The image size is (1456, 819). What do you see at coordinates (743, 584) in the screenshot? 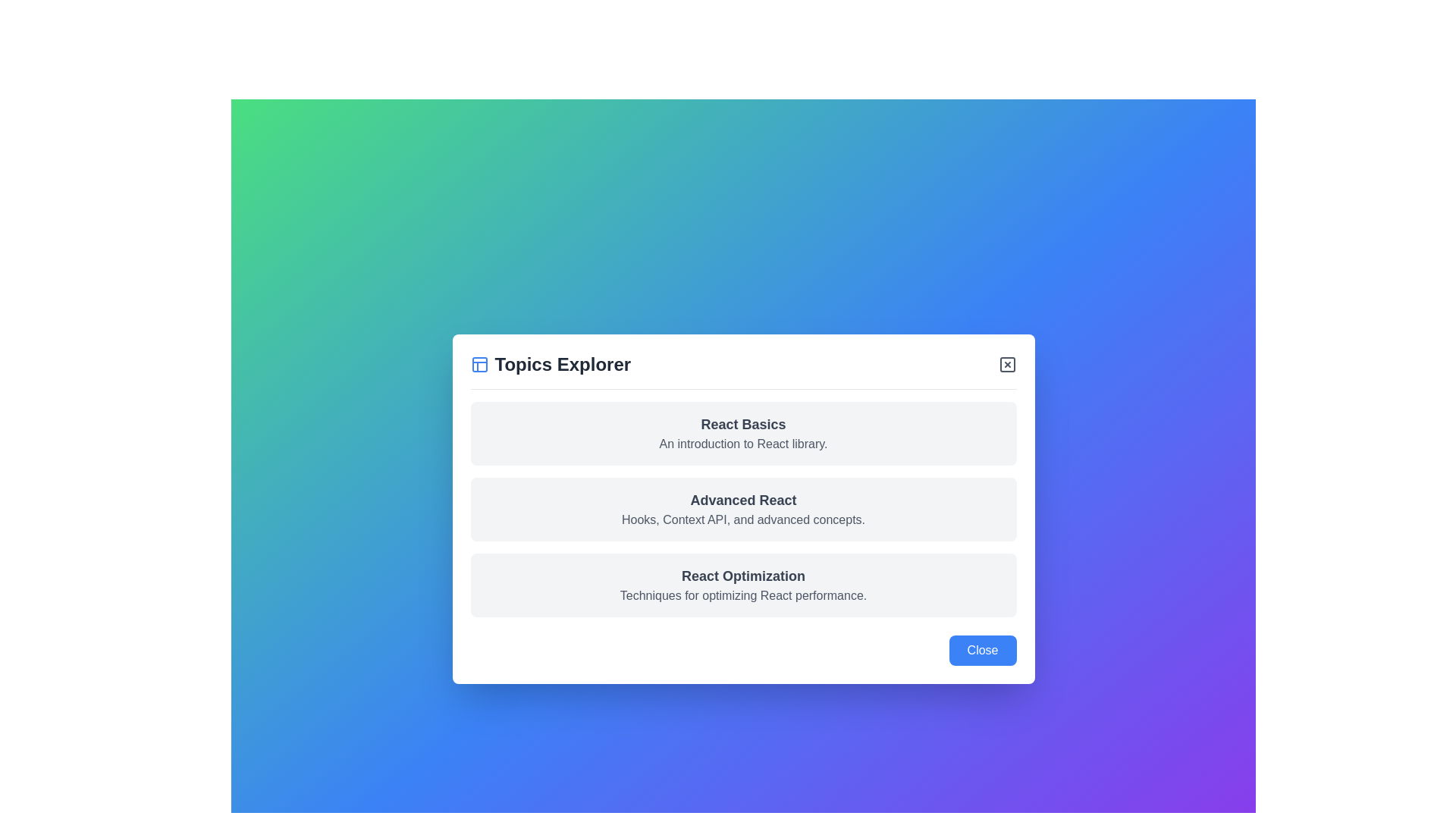
I see `the third entry in the list that navigates to additional details about 'React Optimization', located at the bottom of the vertical list in the centered modal` at bounding box center [743, 584].